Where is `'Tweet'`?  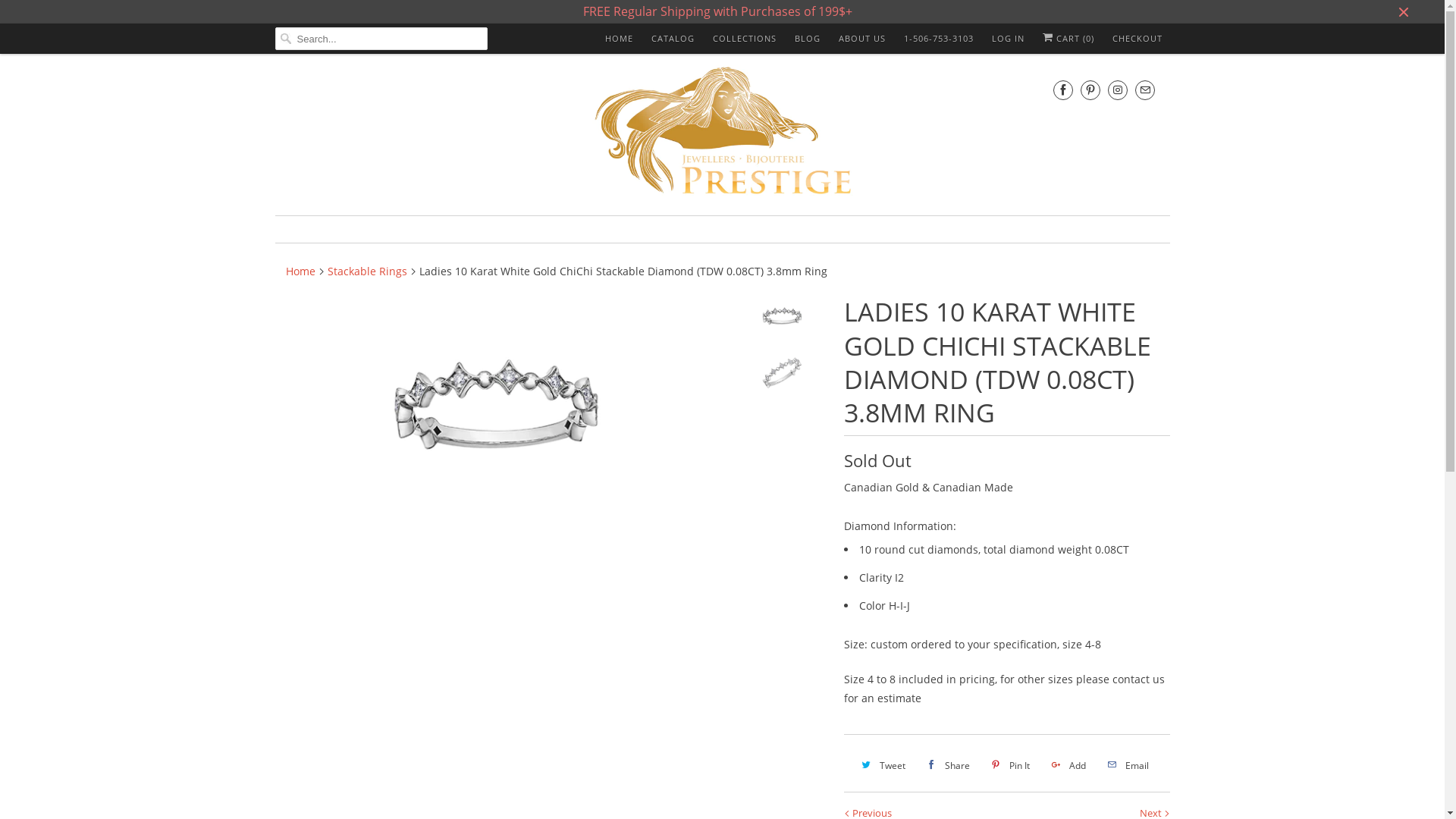 'Tweet' is located at coordinates (881, 765).